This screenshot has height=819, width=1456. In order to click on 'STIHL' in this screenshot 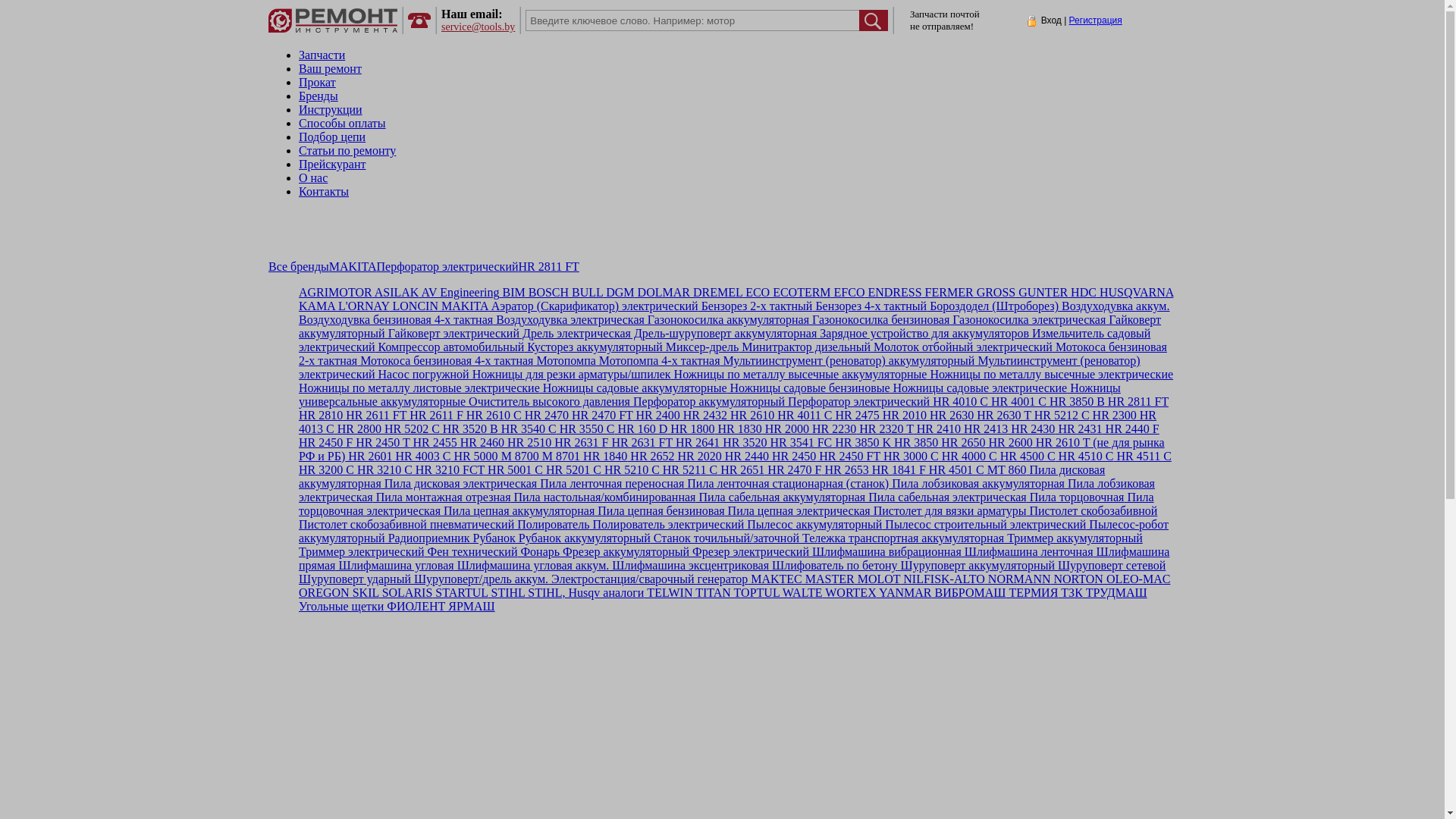, I will do `click(488, 591)`.